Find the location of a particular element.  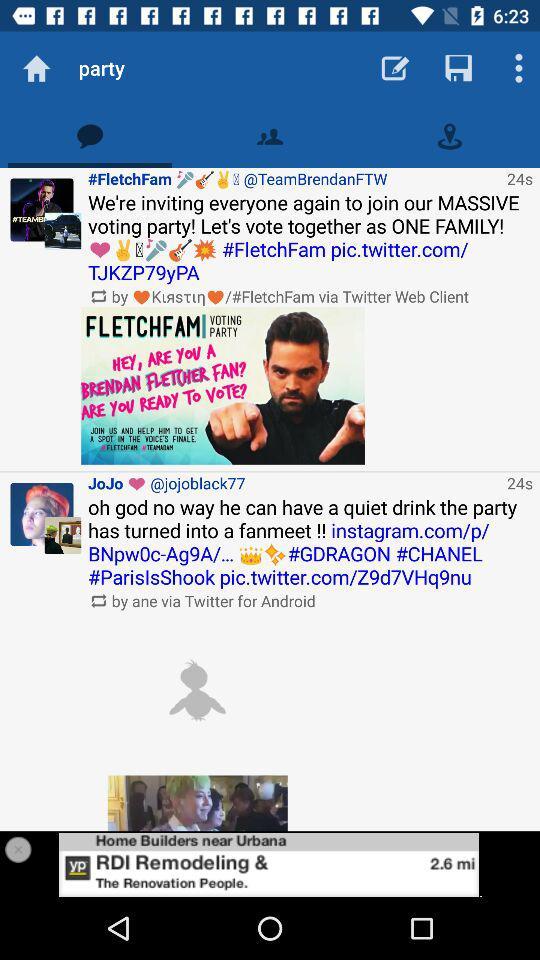

open the image is located at coordinates (197, 690).